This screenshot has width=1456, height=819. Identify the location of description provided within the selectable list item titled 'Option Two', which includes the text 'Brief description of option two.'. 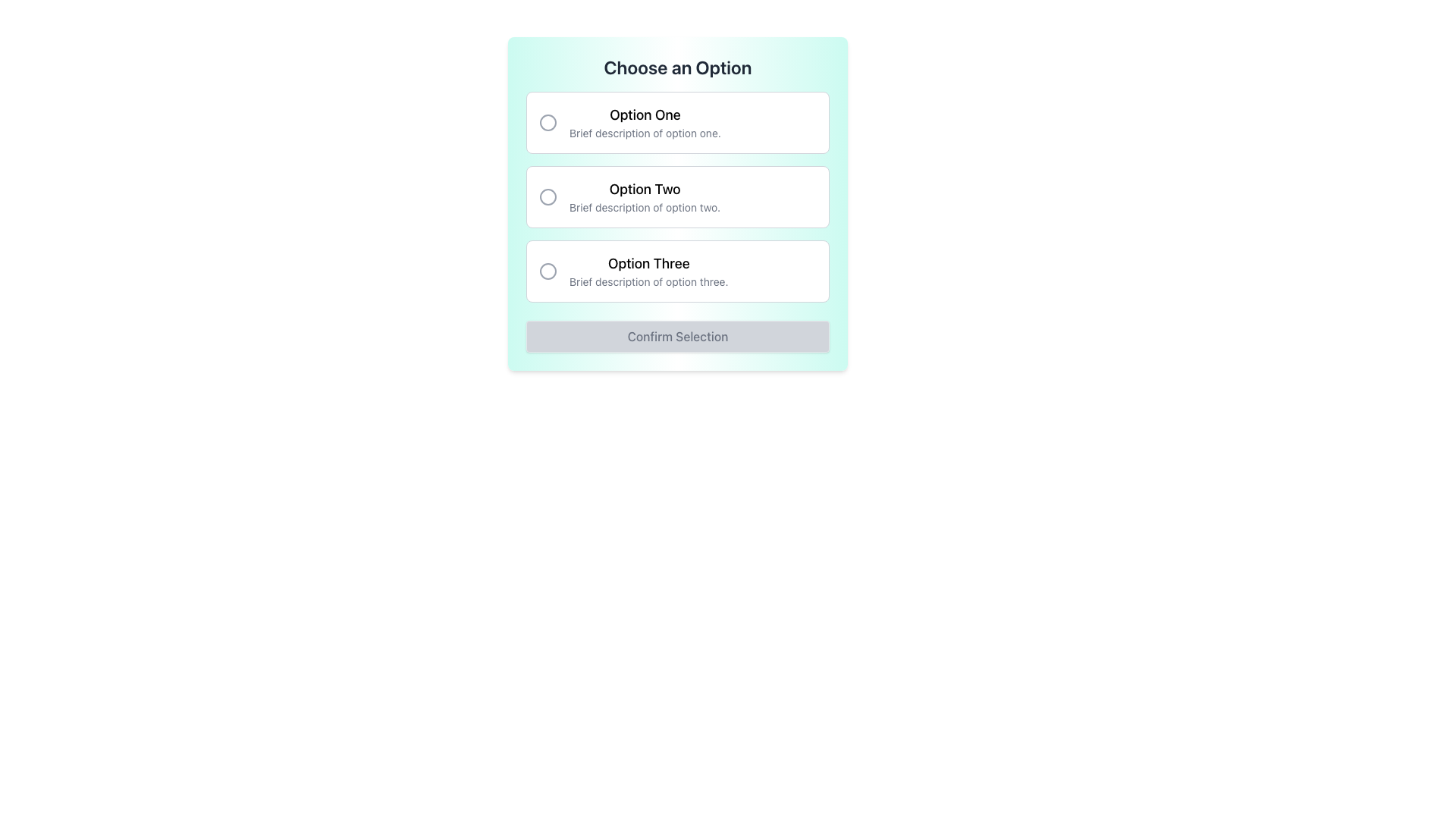
(676, 196).